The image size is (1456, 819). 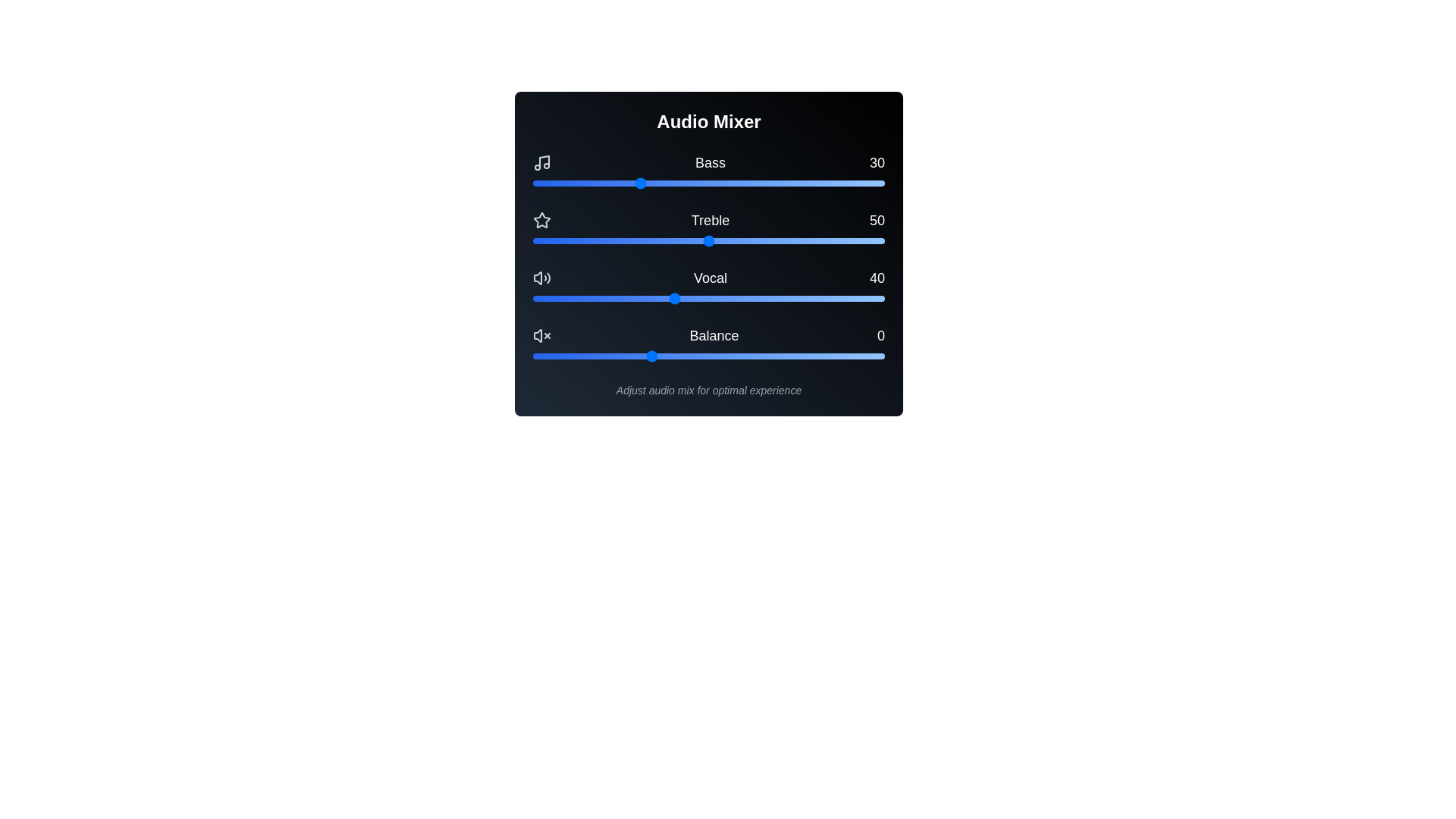 I want to click on the bass slider to 20 by dragging it to the desired position, so click(x=602, y=183).